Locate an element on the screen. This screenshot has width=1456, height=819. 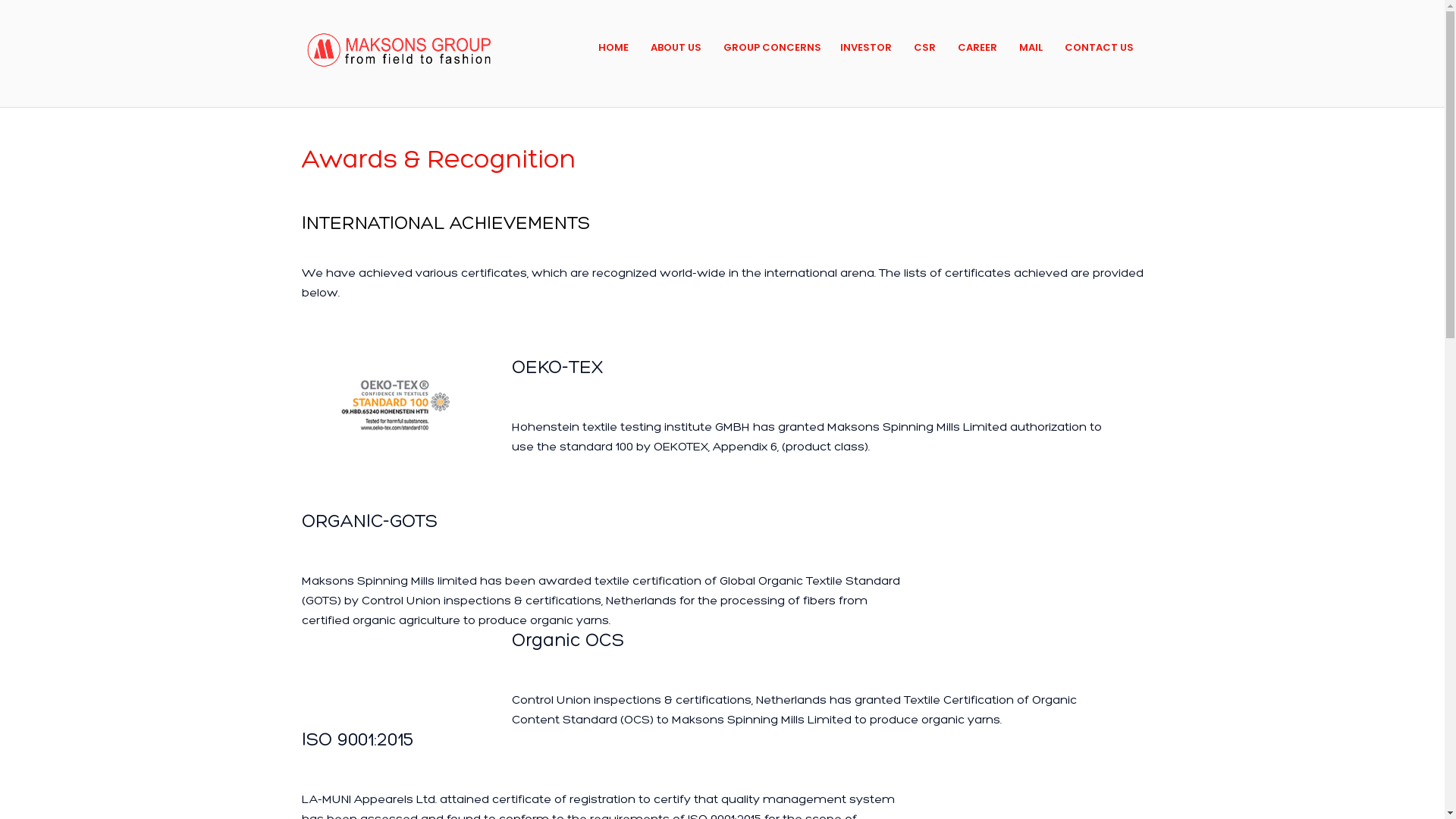
'GROUP CONCERNS' is located at coordinates (772, 46).